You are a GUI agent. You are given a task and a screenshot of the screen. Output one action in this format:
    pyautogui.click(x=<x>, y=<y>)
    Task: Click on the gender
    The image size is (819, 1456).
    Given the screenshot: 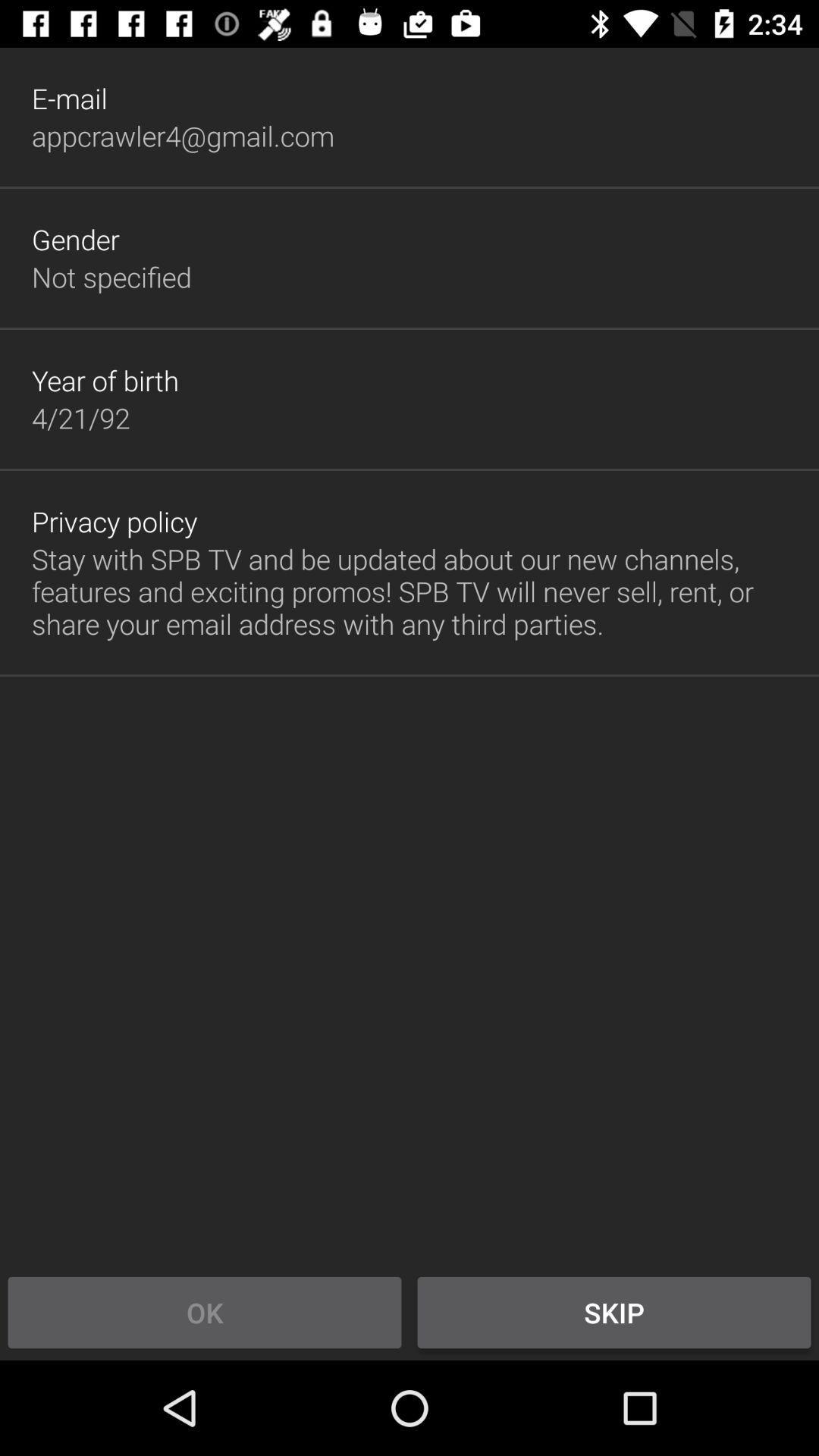 What is the action you would take?
    pyautogui.click(x=75, y=238)
    